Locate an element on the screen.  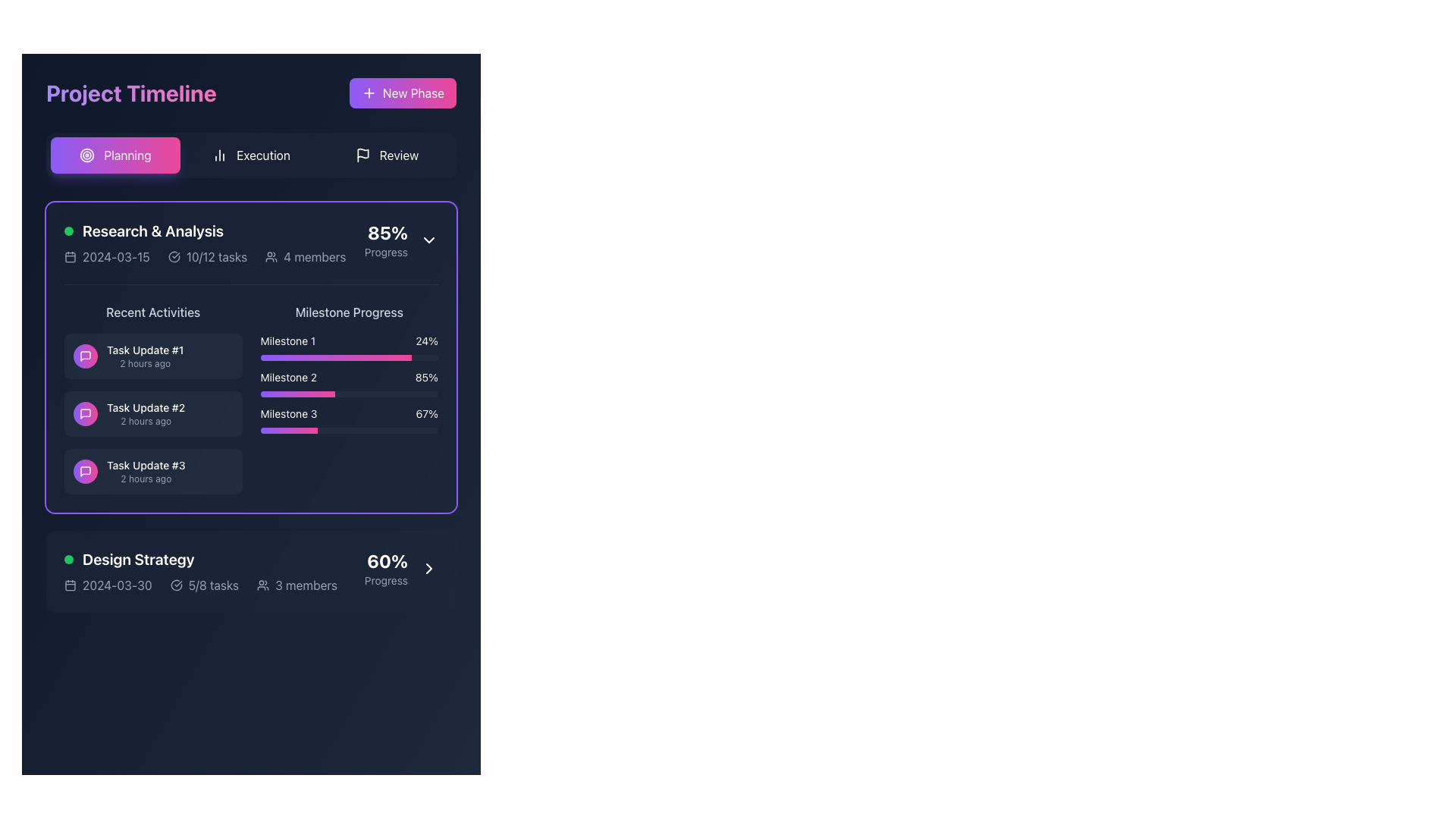
the 'Research & Analysis' text label located at the top-left corner of the 'Recent Activities' section, next to the green circular indicator is located at coordinates (153, 231).